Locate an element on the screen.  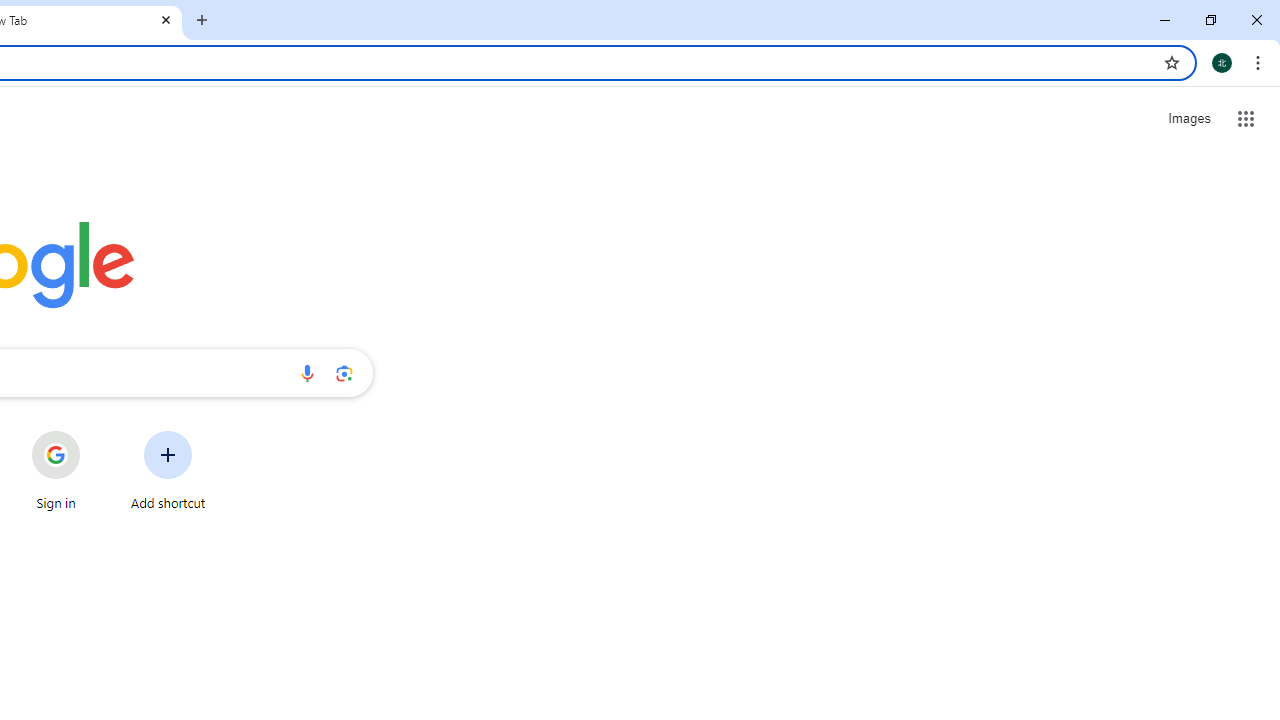
'Minimize' is located at coordinates (1165, 20).